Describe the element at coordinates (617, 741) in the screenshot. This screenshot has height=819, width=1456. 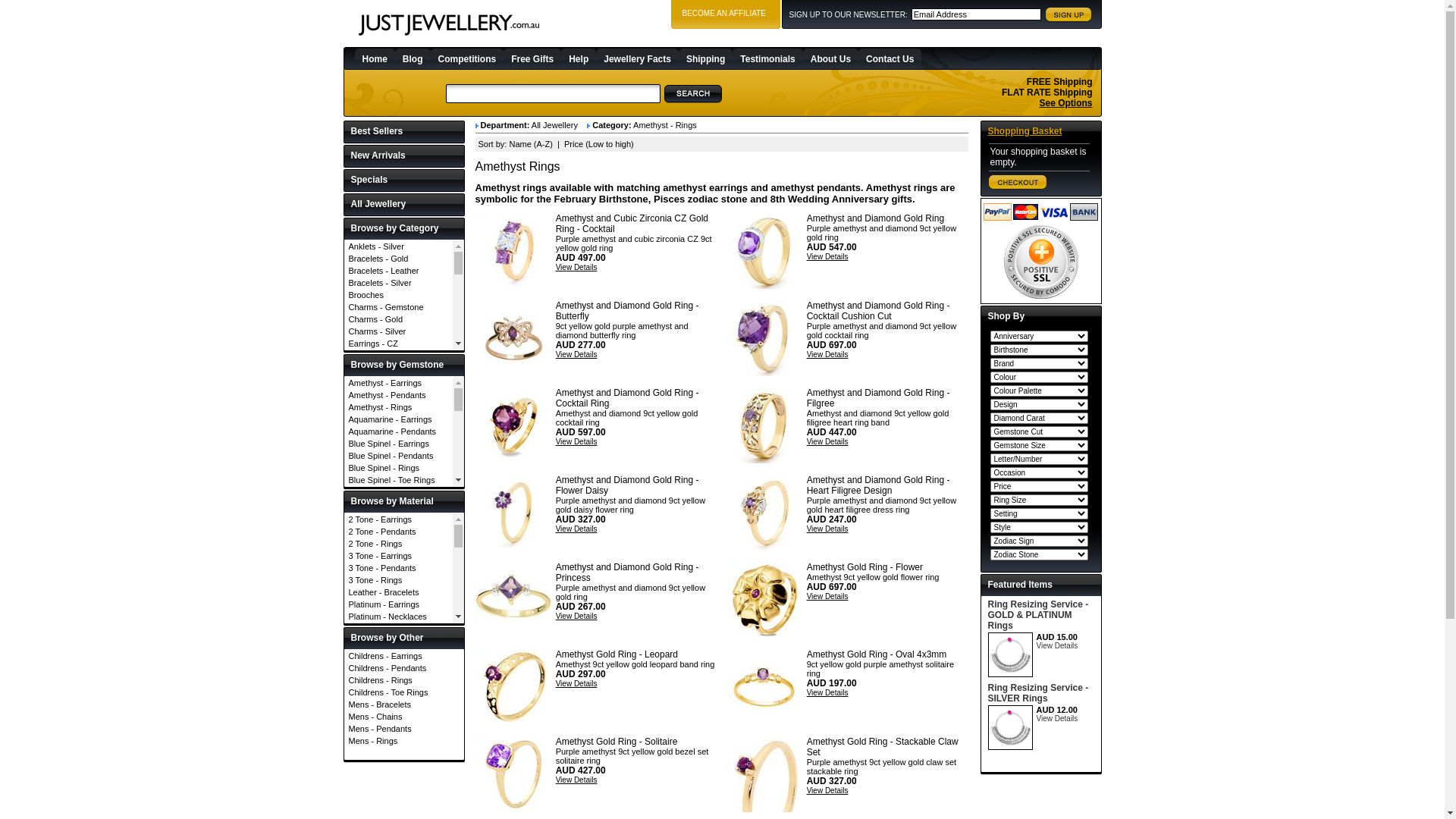
I see `'Amethyst Gold Ring - Solitaire'` at that location.